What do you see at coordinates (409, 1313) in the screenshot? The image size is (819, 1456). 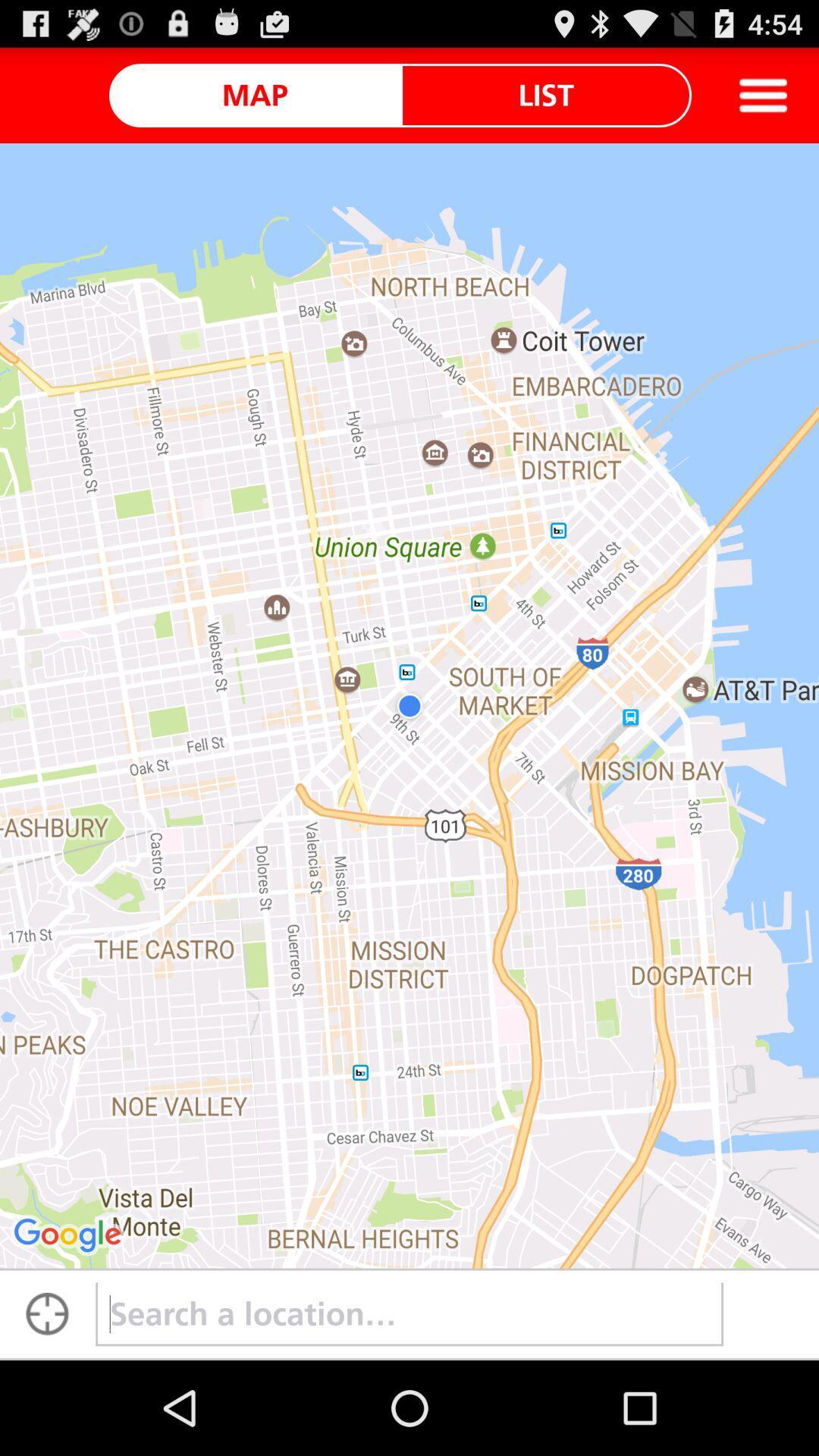 I see `click on search box` at bounding box center [409, 1313].